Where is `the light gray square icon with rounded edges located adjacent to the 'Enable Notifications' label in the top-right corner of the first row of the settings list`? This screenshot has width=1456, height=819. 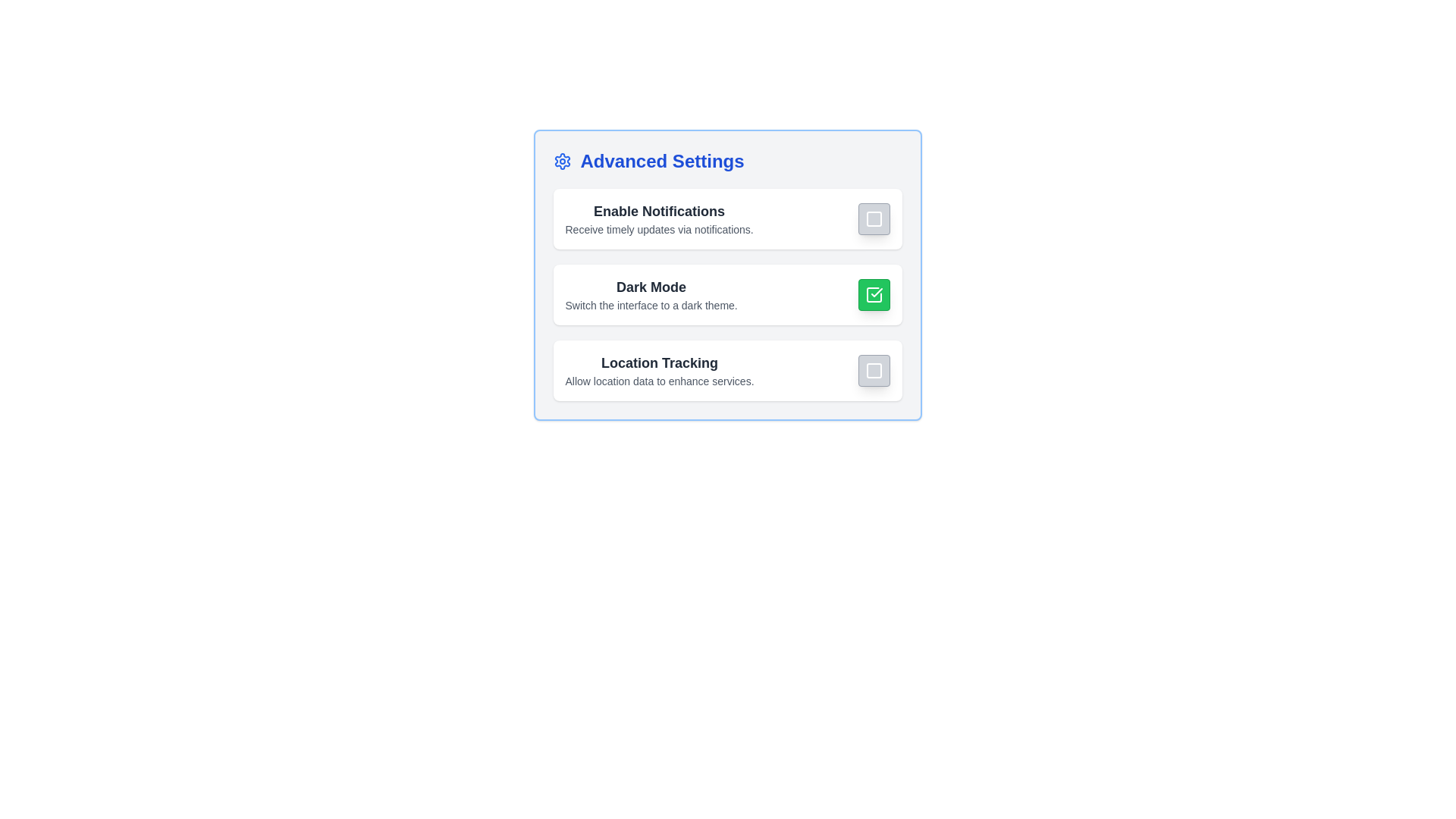
the light gray square icon with rounded edges located adjacent to the 'Enable Notifications' label in the top-right corner of the first row of the settings list is located at coordinates (874, 219).